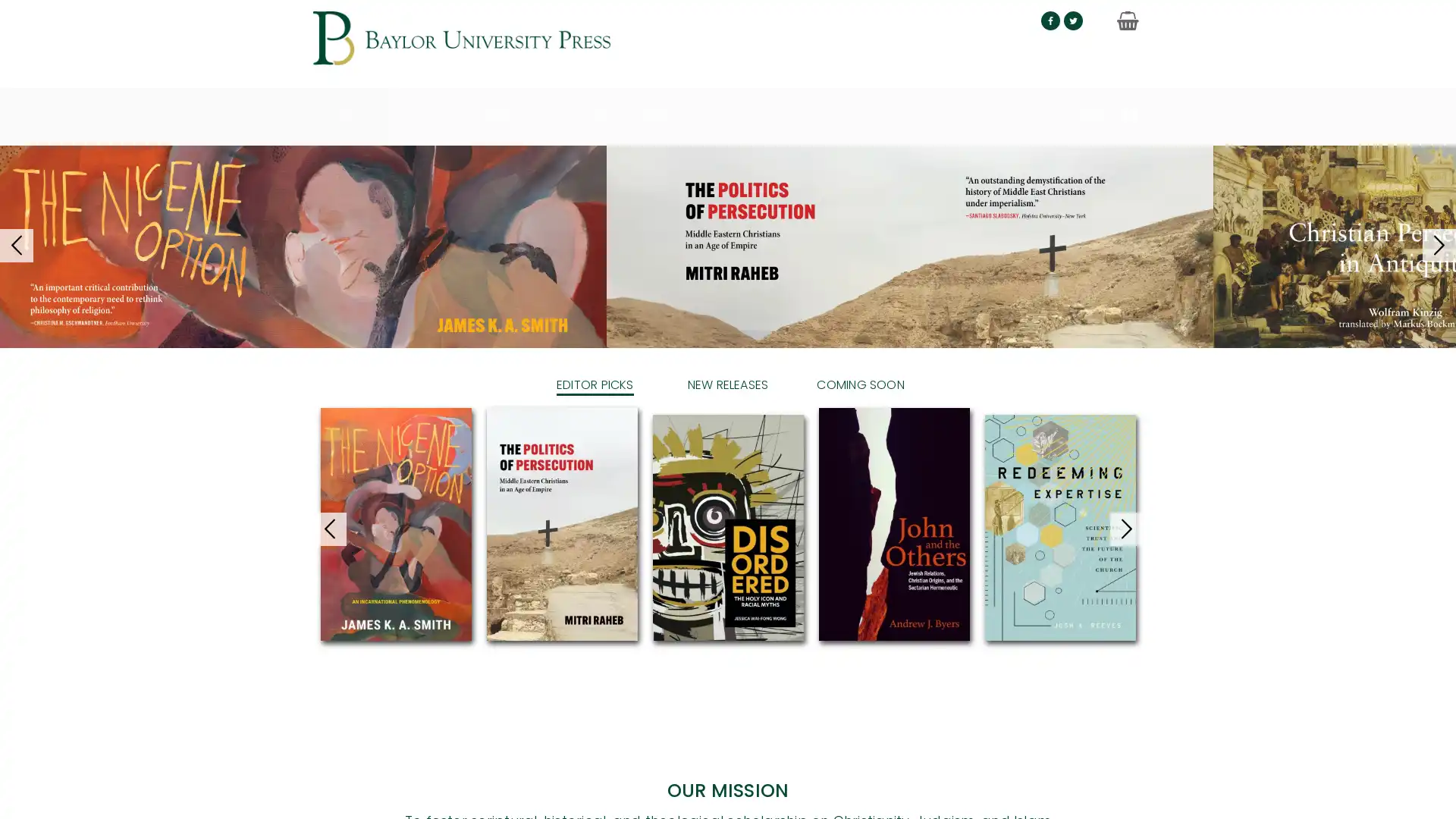 Image resolution: width=1456 pixels, height=819 pixels. I want to click on Previous, so click(298, 792).